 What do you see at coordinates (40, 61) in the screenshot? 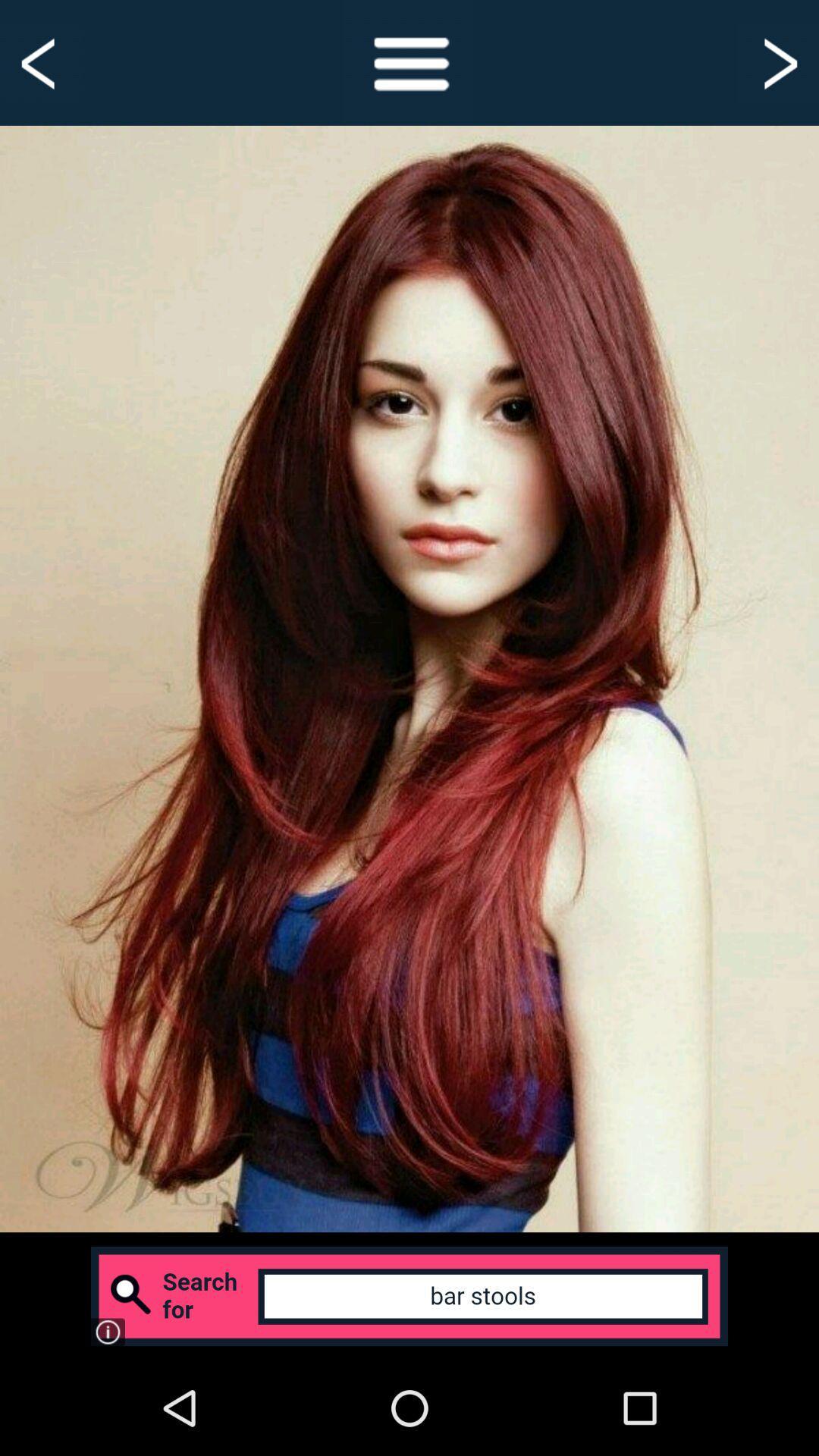
I see `back button` at bounding box center [40, 61].